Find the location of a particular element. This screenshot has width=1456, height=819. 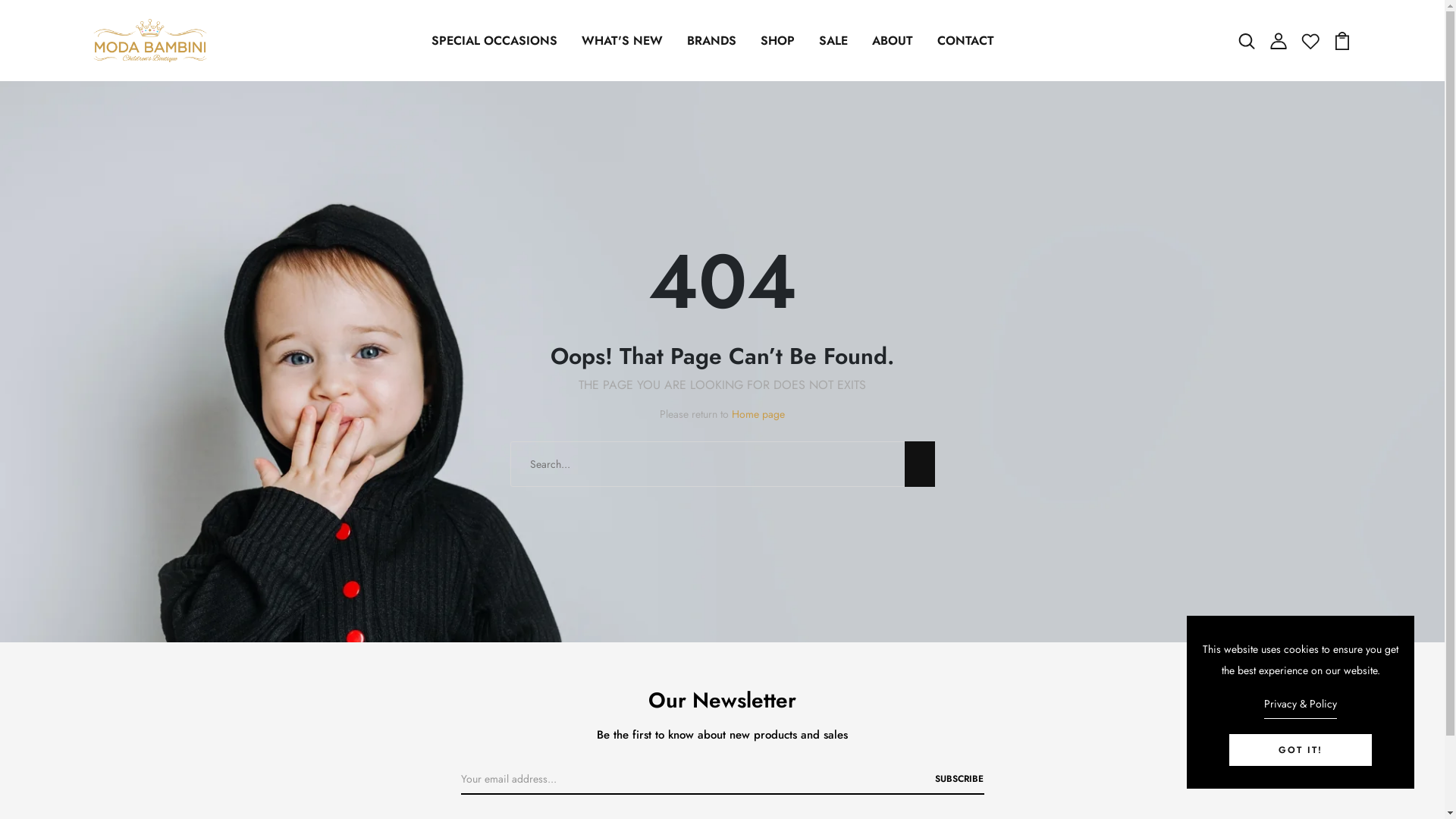

'GOT IT!' is located at coordinates (1299, 748).